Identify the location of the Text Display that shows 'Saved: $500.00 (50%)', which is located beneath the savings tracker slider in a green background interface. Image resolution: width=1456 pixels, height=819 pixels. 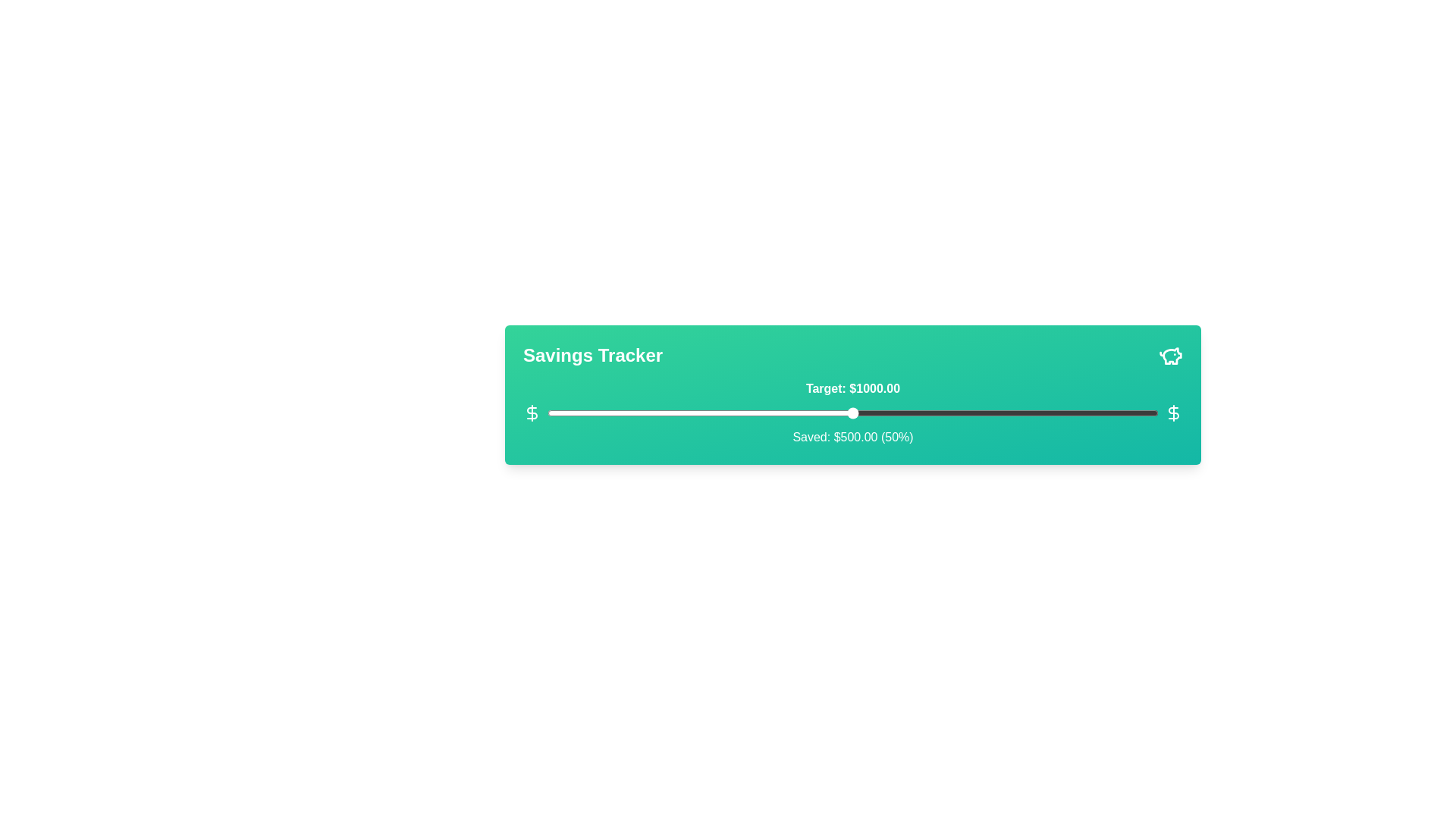
(852, 438).